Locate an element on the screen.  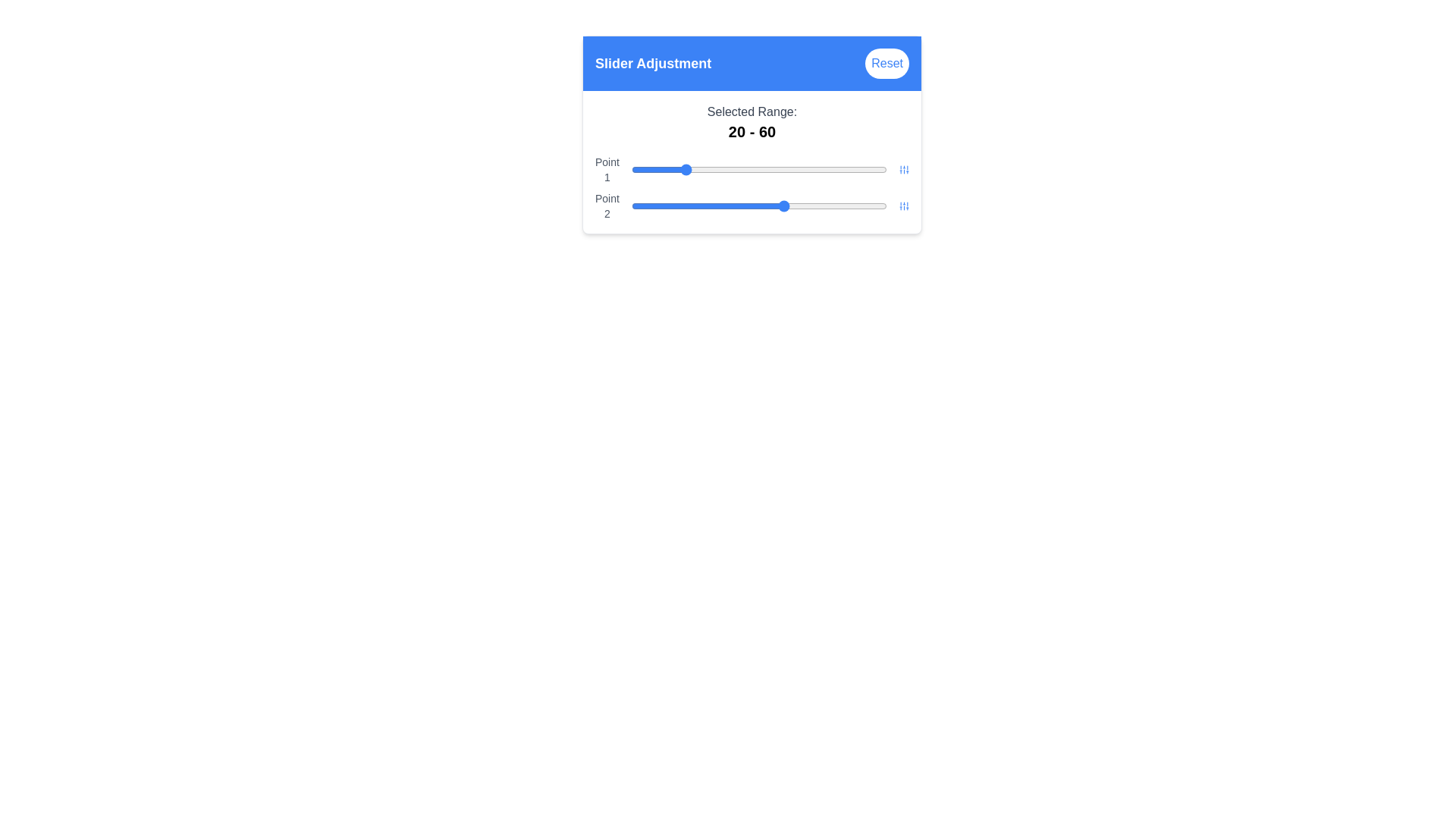
the horizontal range slider labeled 'Point 1' is located at coordinates (759, 169).